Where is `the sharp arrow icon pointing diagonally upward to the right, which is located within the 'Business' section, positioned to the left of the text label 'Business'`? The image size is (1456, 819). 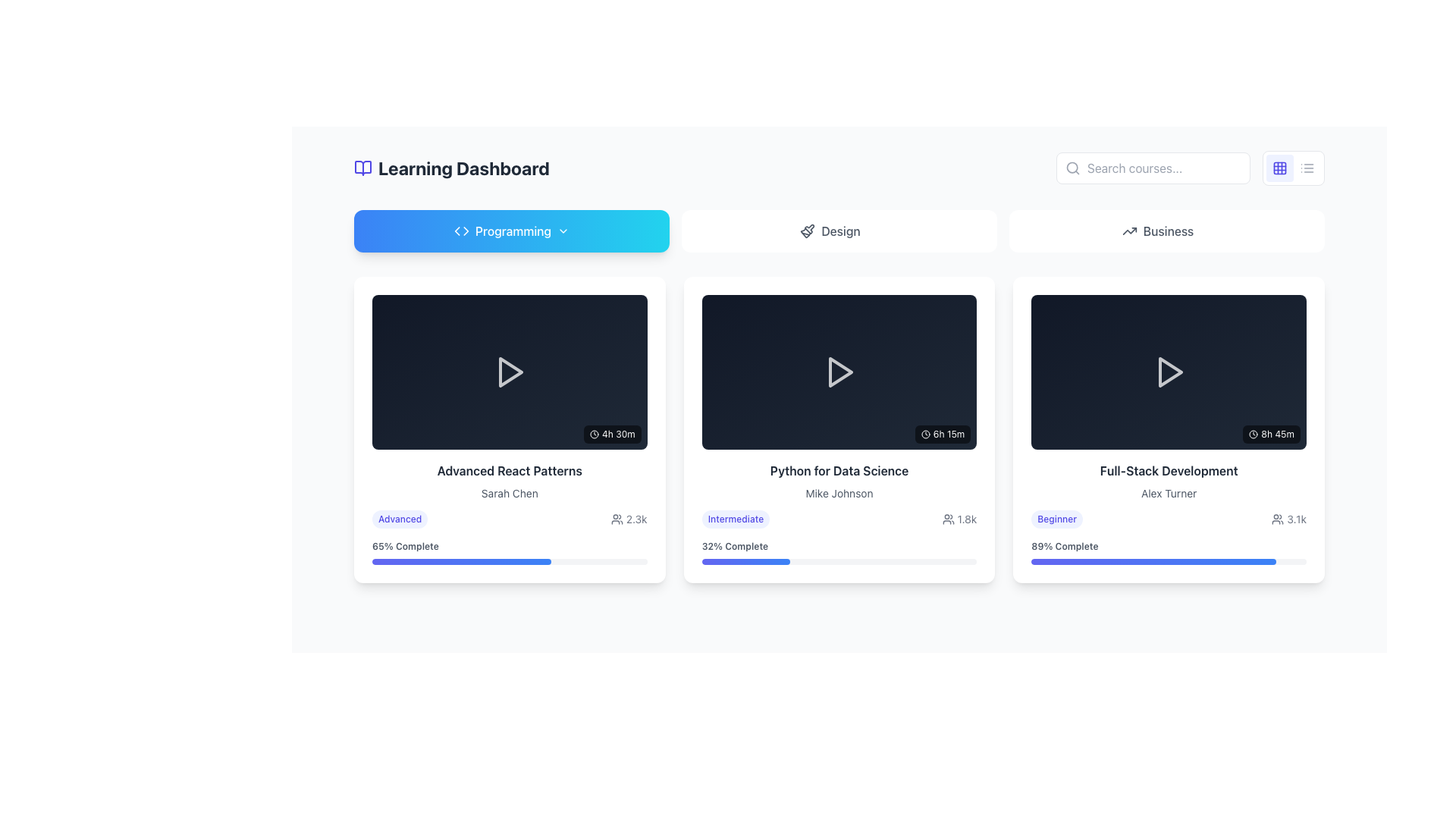 the sharp arrow icon pointing diagonally upward to the right, which is located within the 'Business' section, positioned to the left of the text label 'Business' is located at coordinates (1129, 231).